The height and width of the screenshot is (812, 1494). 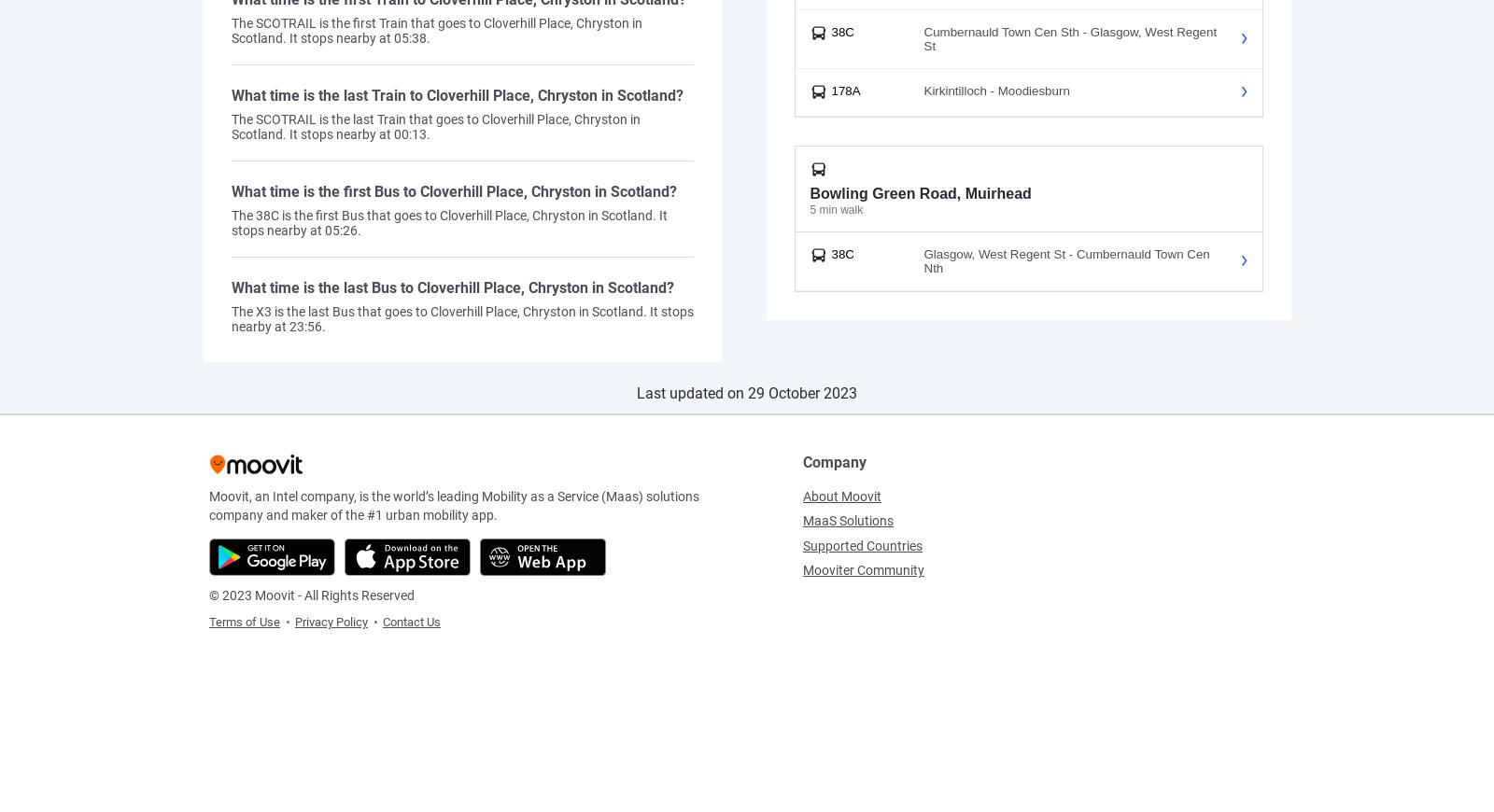 What do you see at coordinates (996, 90) in the screenshot?
I see `'Kirkintilloch - Moodiesburn'` at bounding box center [996, 90].